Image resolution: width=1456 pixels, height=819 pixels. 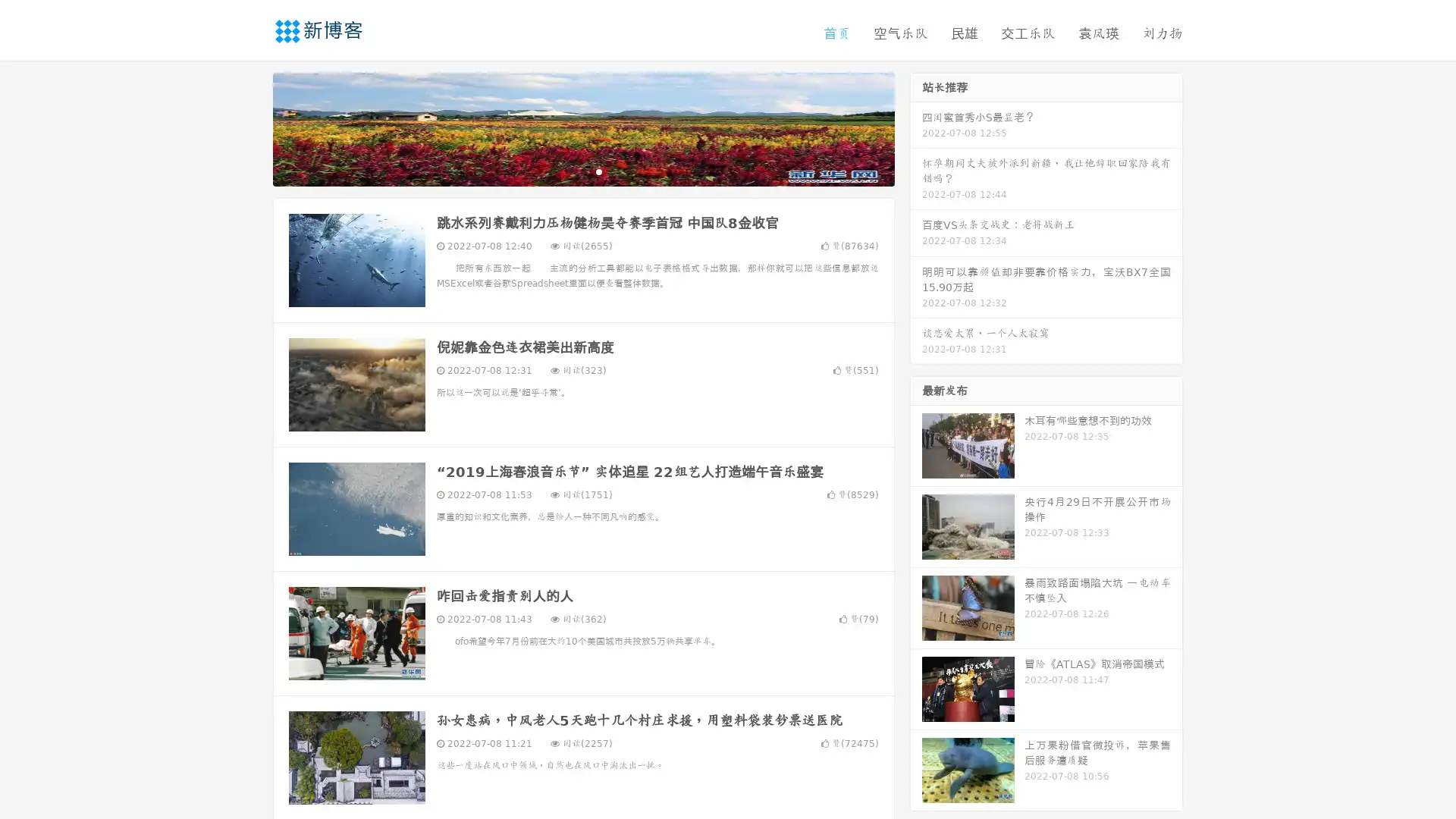 What do you see at coordinates (598, 171) in the screenshot?
I see `Go to slide 3` at bounding box center [598, 171].